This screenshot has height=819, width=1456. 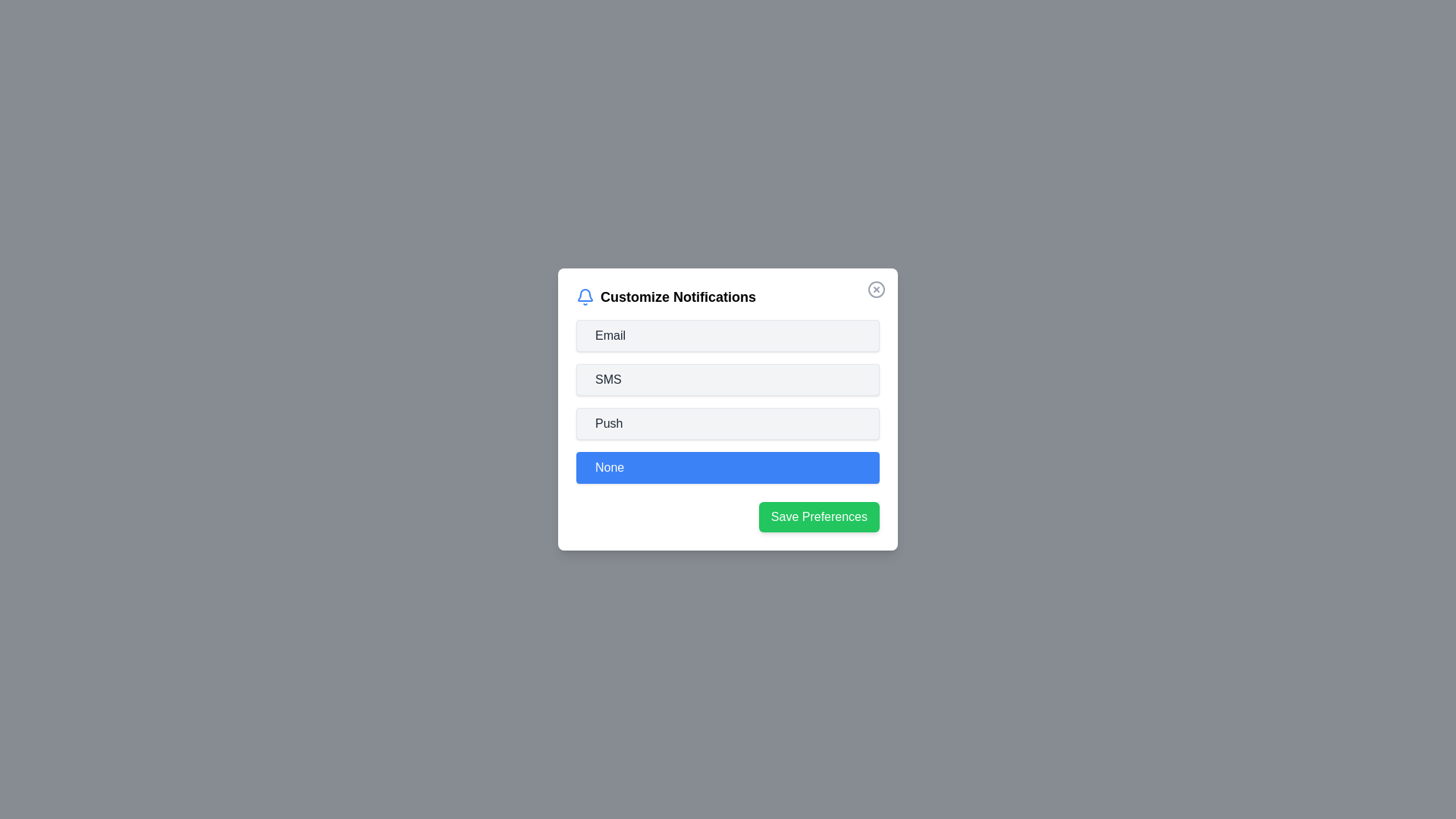 What do you see at coordinates (818, 516) in the screenshot?
I see `'Save Preferences' button to save the selected notification preferences` at bounding box center [818, 516].